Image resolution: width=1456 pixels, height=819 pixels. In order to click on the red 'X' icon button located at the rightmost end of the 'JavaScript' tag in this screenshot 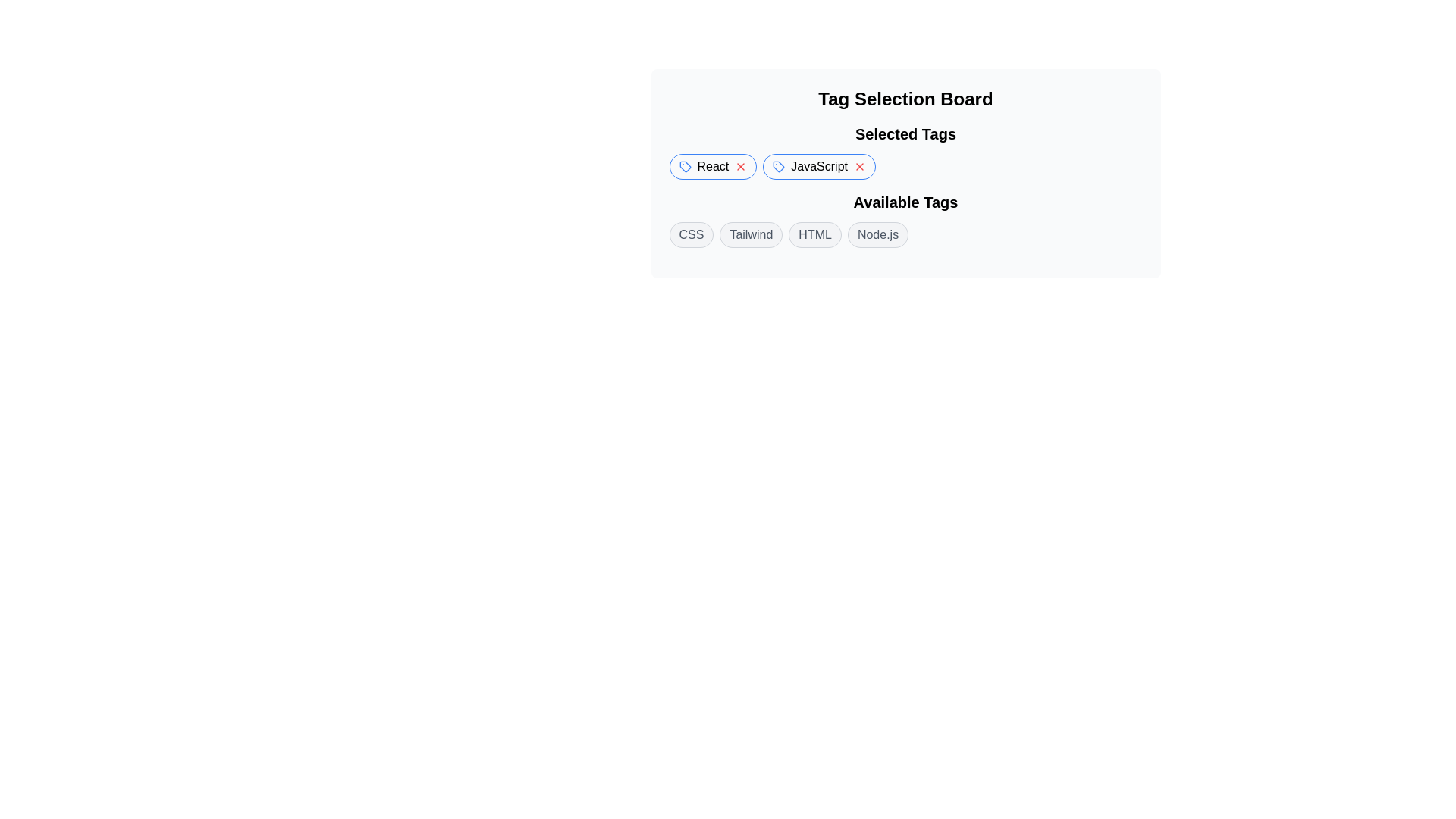, I will do `click(859, 166)`.